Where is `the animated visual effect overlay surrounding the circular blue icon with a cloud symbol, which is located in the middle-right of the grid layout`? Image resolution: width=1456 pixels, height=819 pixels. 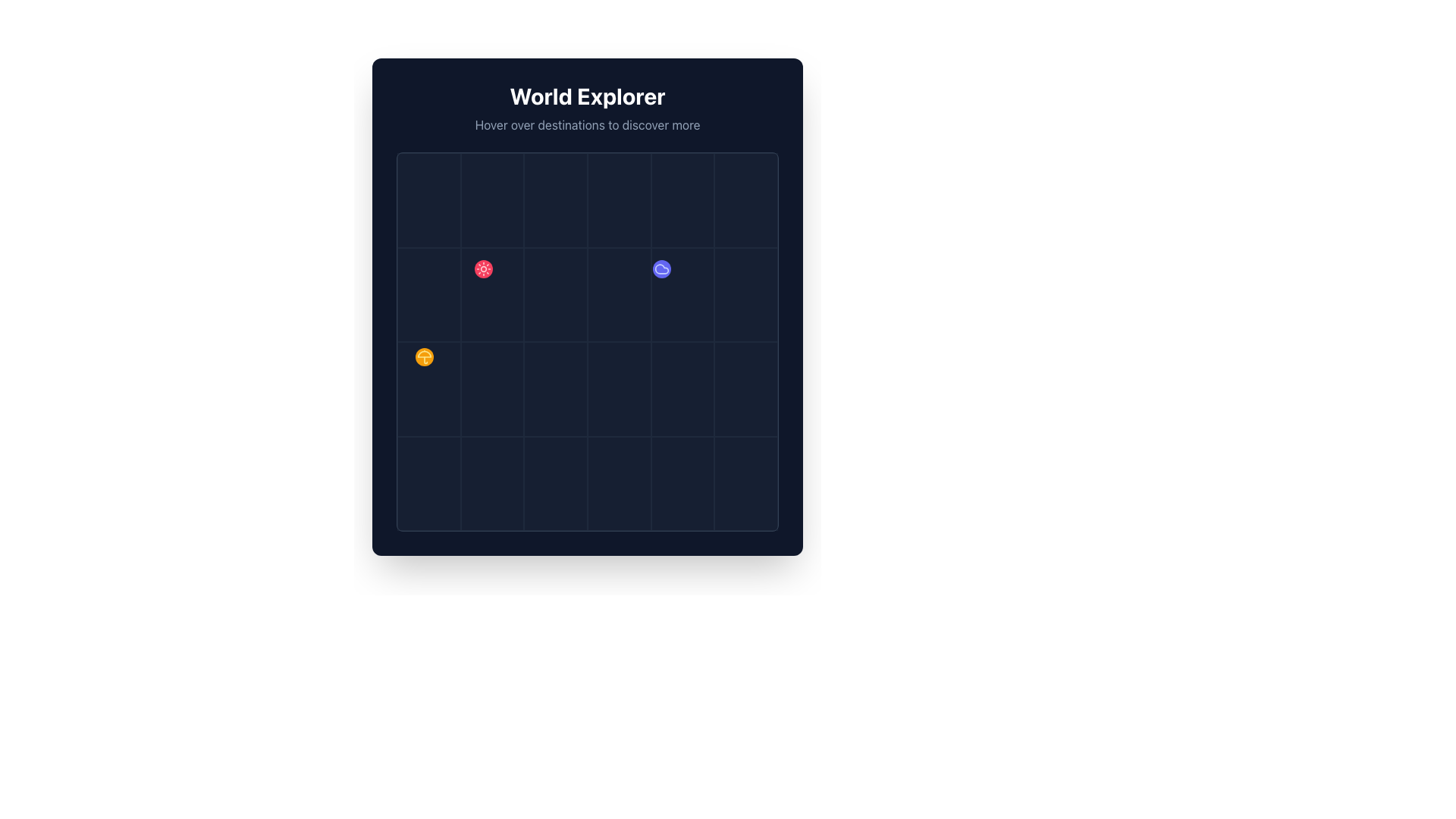 the animated visual effect overlay surrounding the circular blue icon with a cloud symbol, which is located in the middle-right of the grid layout is located at coordinates (662, 268).